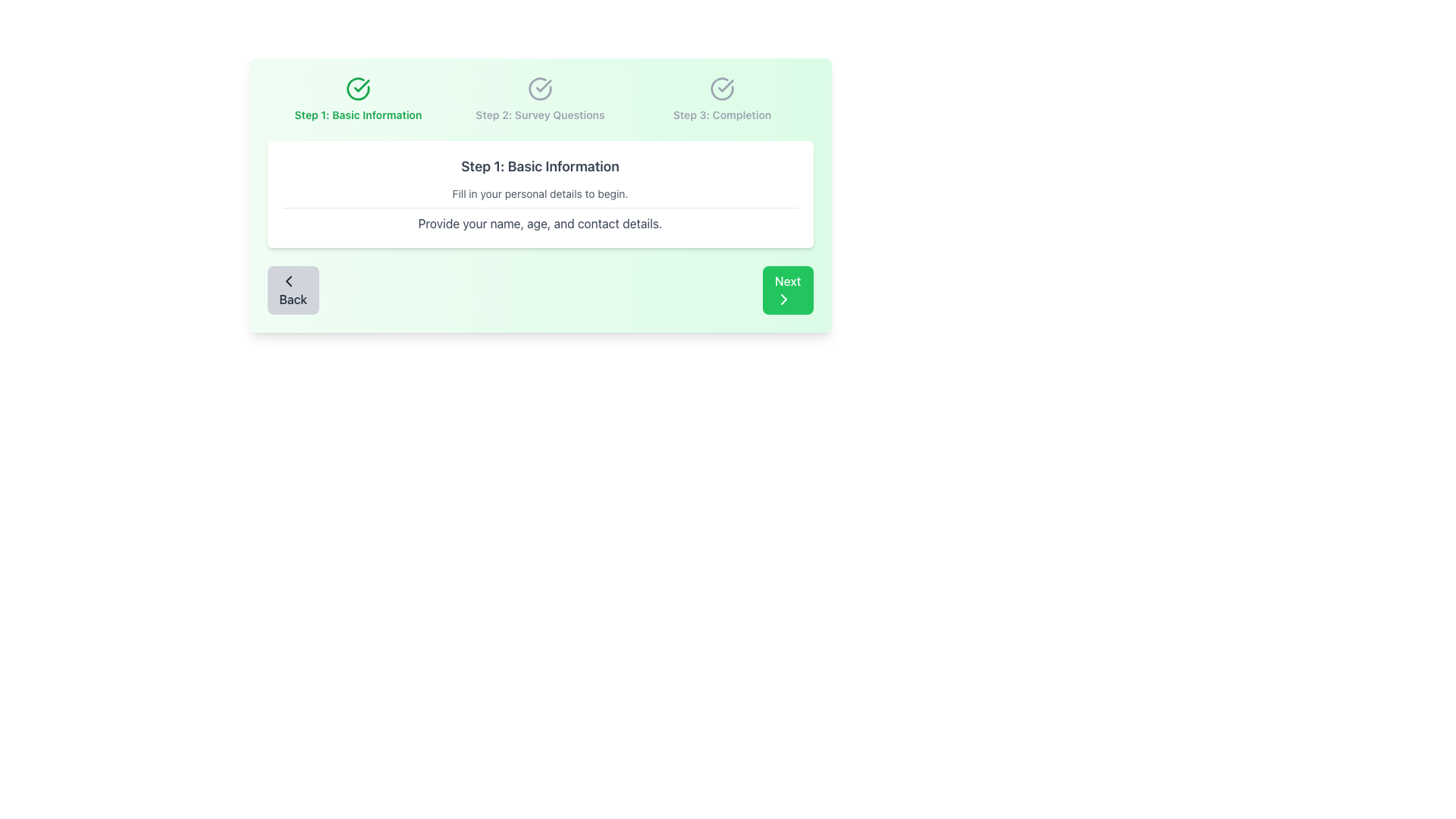 This screenshot has height=819, width=1456. I want to click on the Text Label indicating the current or upcoming survey step, which is centrally located in the progress indicator section between 'Step 1: Basic Information' and 'Step 3: Completion', so click(540, 99).